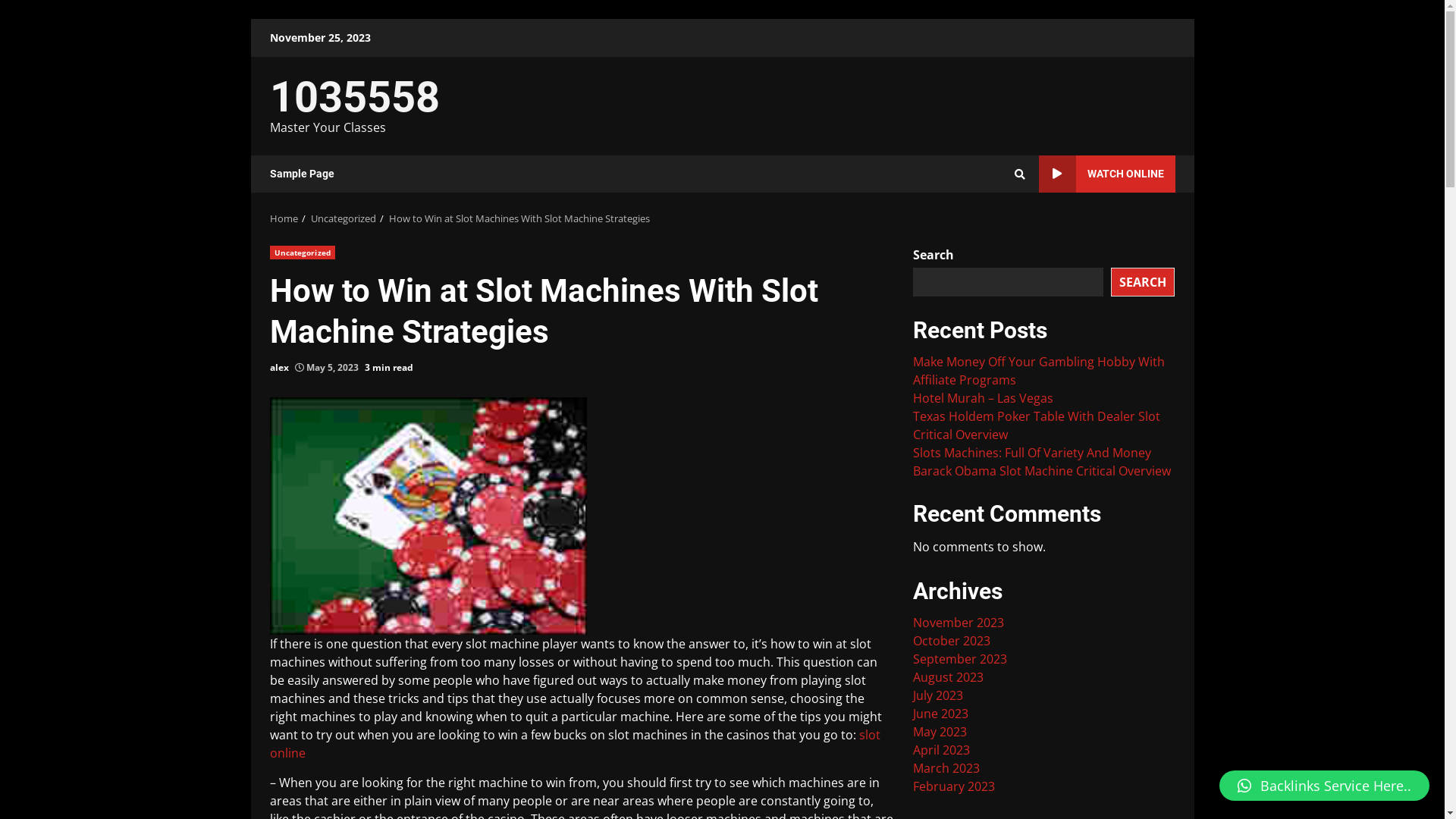 The image size is (1456, 819). I want to click on 'May 2023', so click(912, 730).